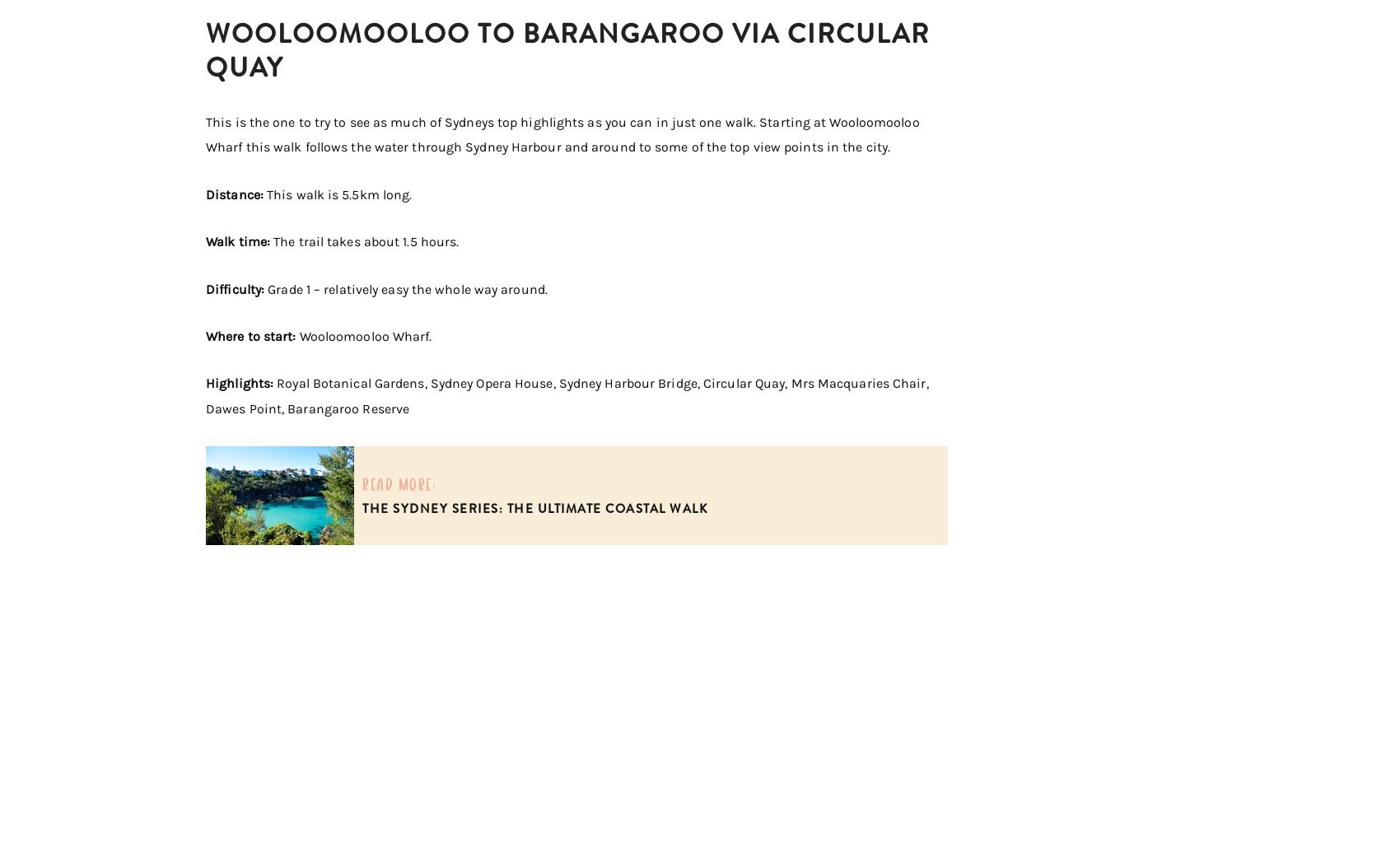 The image size is (1400, 853). What do you see at coordinates (241, 383) in the screenshot?
I see `'Highlights:'` at bounding box center [241, 383].